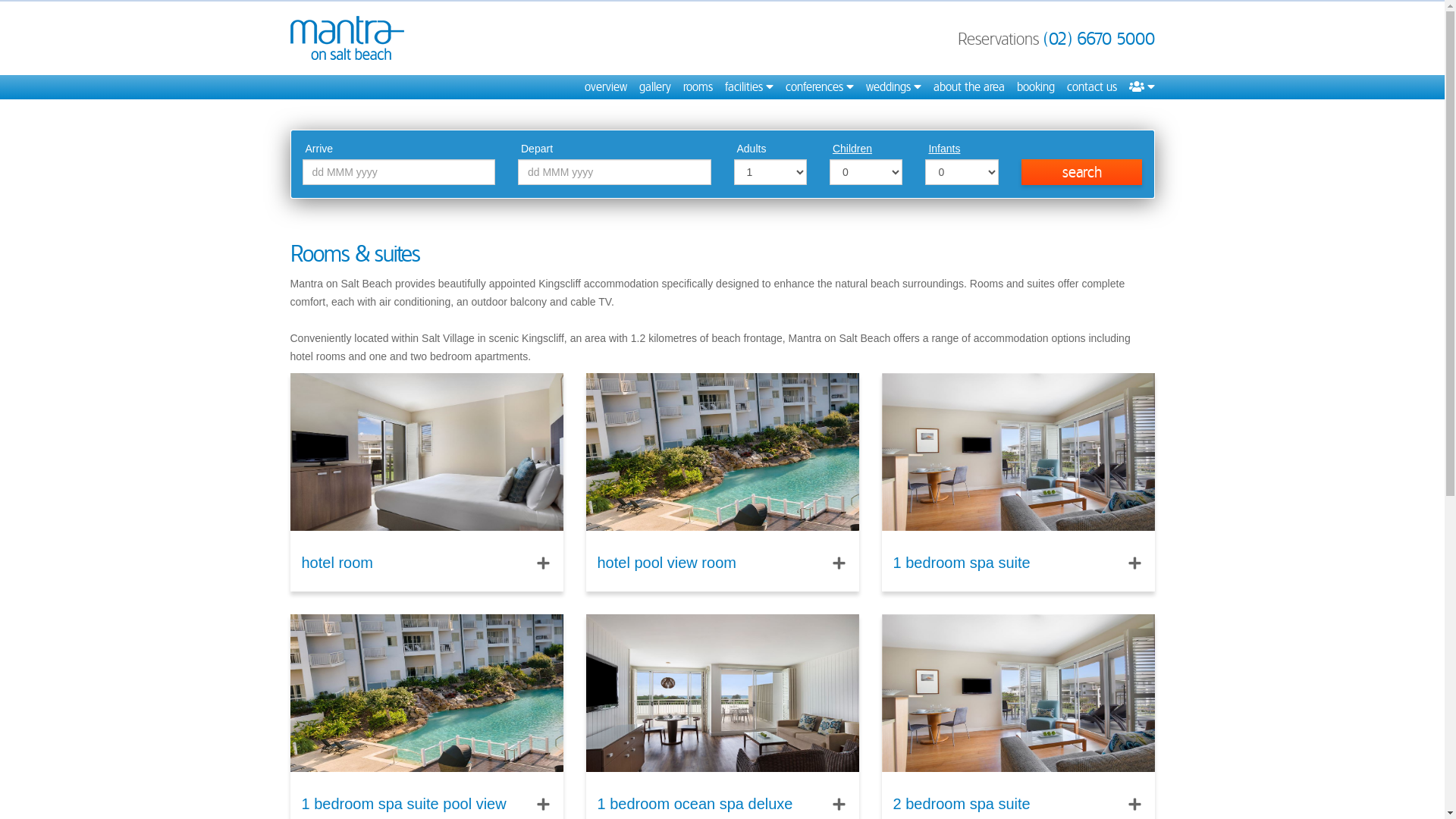 This screenshot has height=819, width=1456. I want to click on '(02) 6670 5000', so click(1043, 37).